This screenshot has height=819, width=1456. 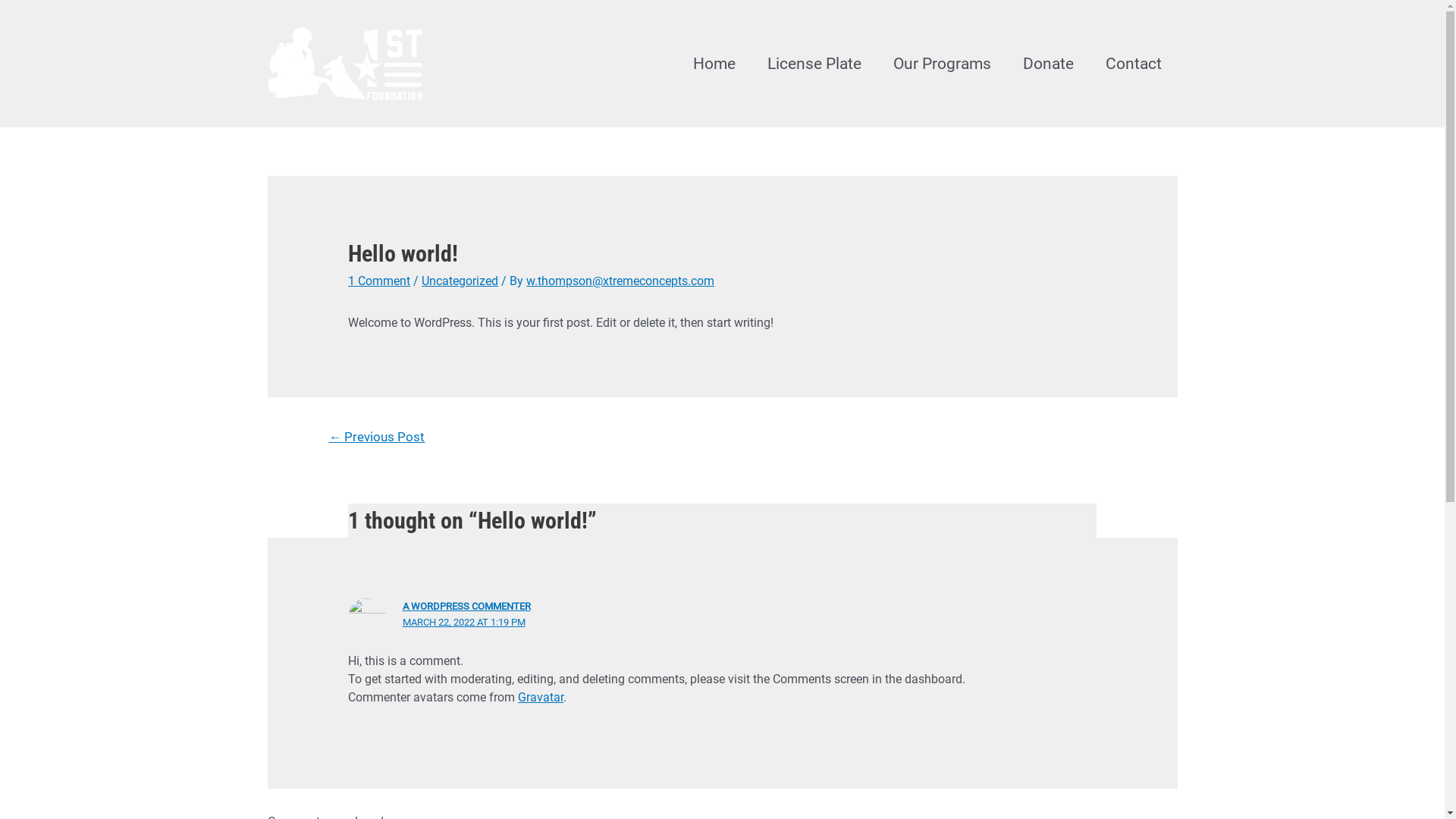 I want to click on 'Our Programs', so click(x=940, y=63).